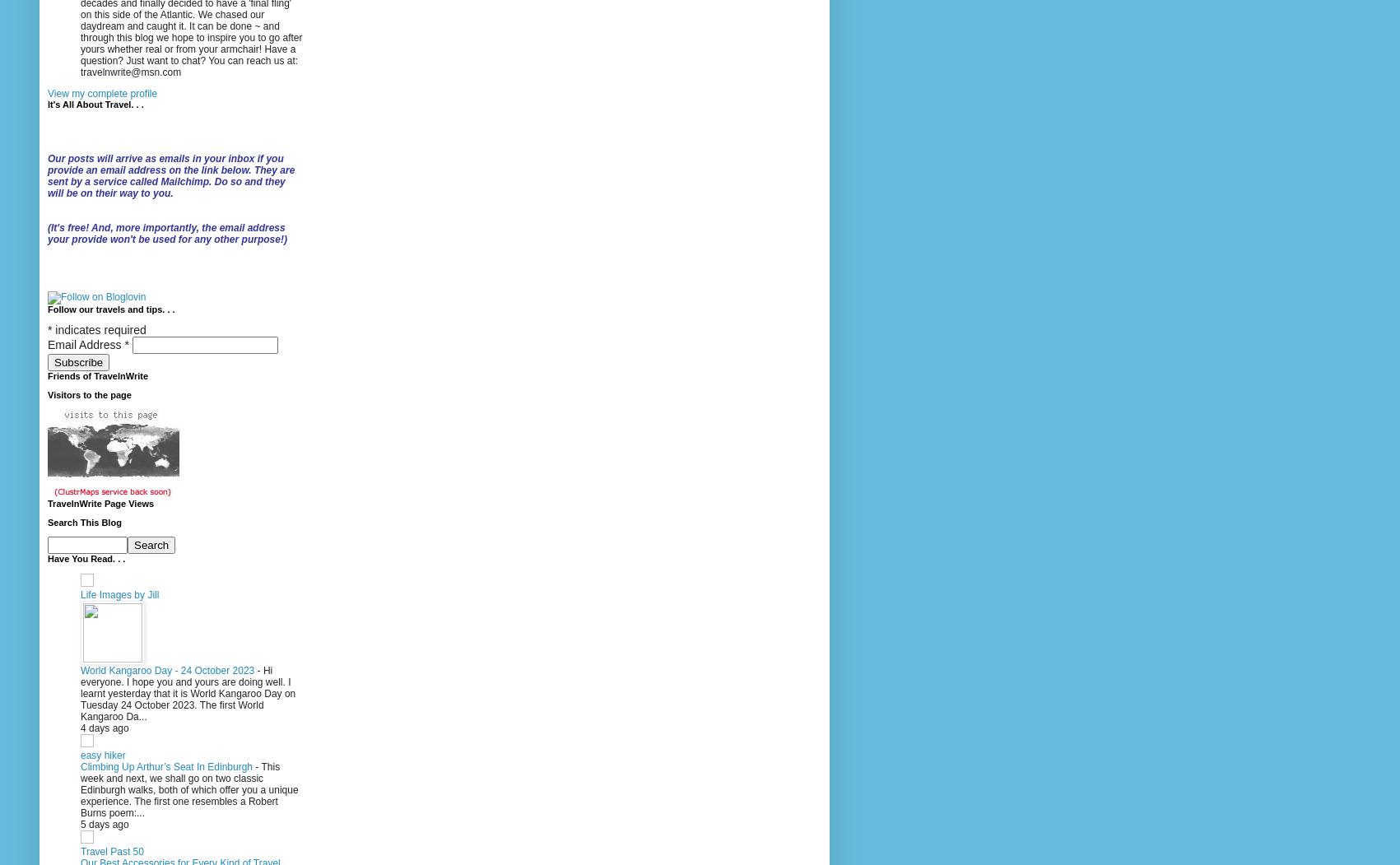  Describe the element at coordinates (111, 851) in the screenshot. I see `'Travel Past 50'` at that location.